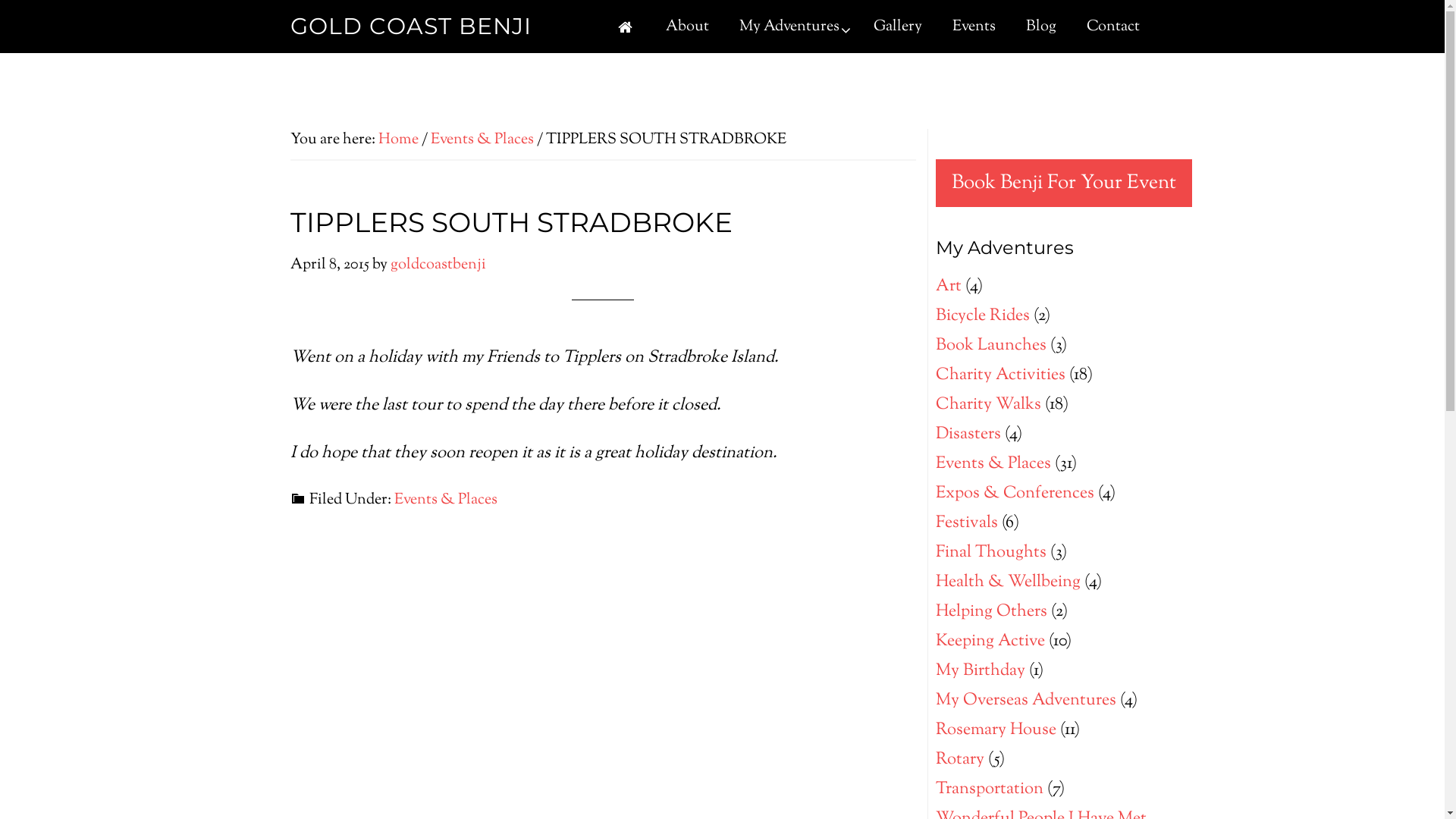 Image resolution: width=1456 pixels, height=819 pixels. I want to click on 'My Overseas Adventures', so click(934, 701).